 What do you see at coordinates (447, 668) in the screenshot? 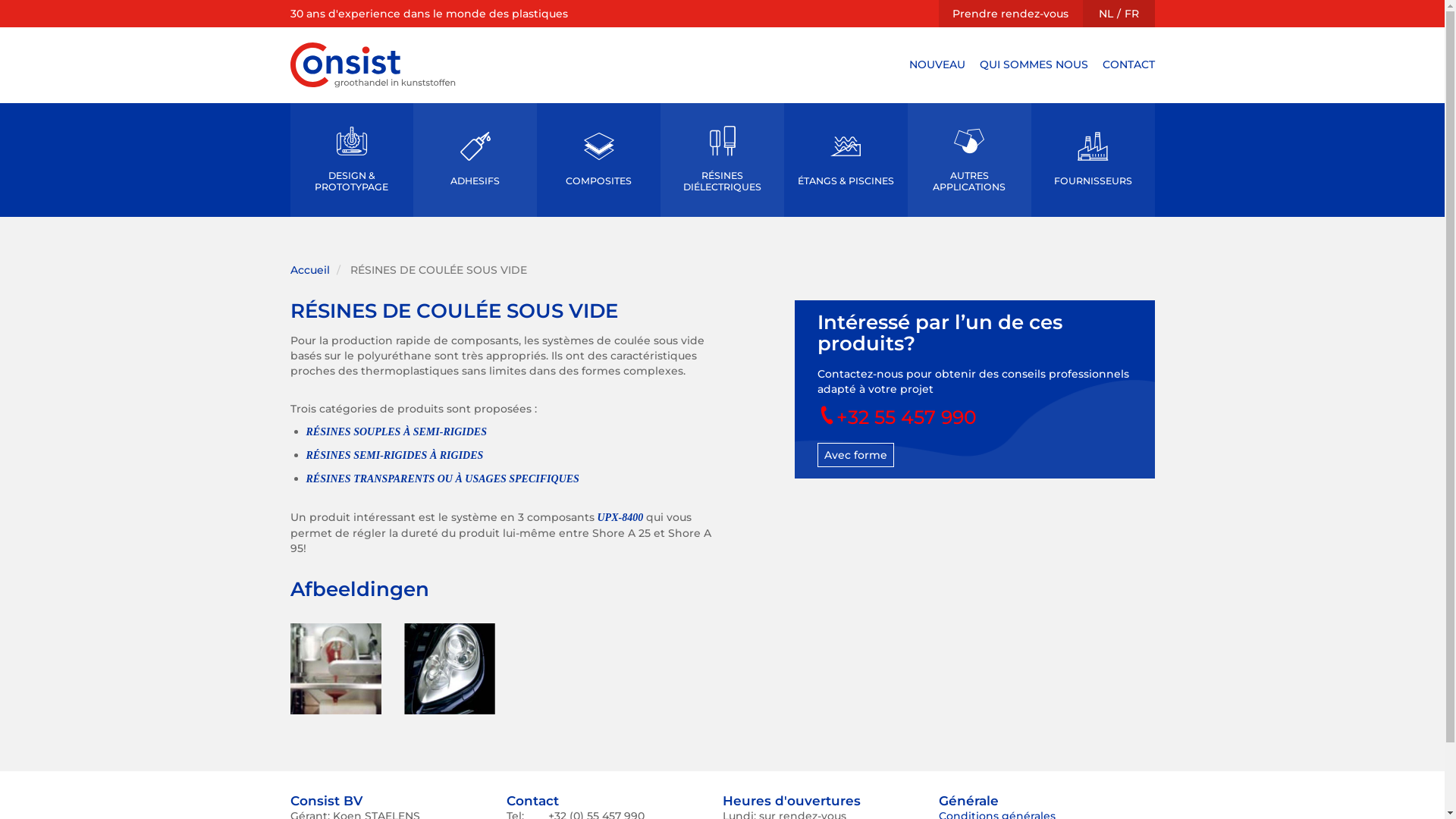
I see `'Glace de phare en PX5212'` at bounding box center [447, 668].